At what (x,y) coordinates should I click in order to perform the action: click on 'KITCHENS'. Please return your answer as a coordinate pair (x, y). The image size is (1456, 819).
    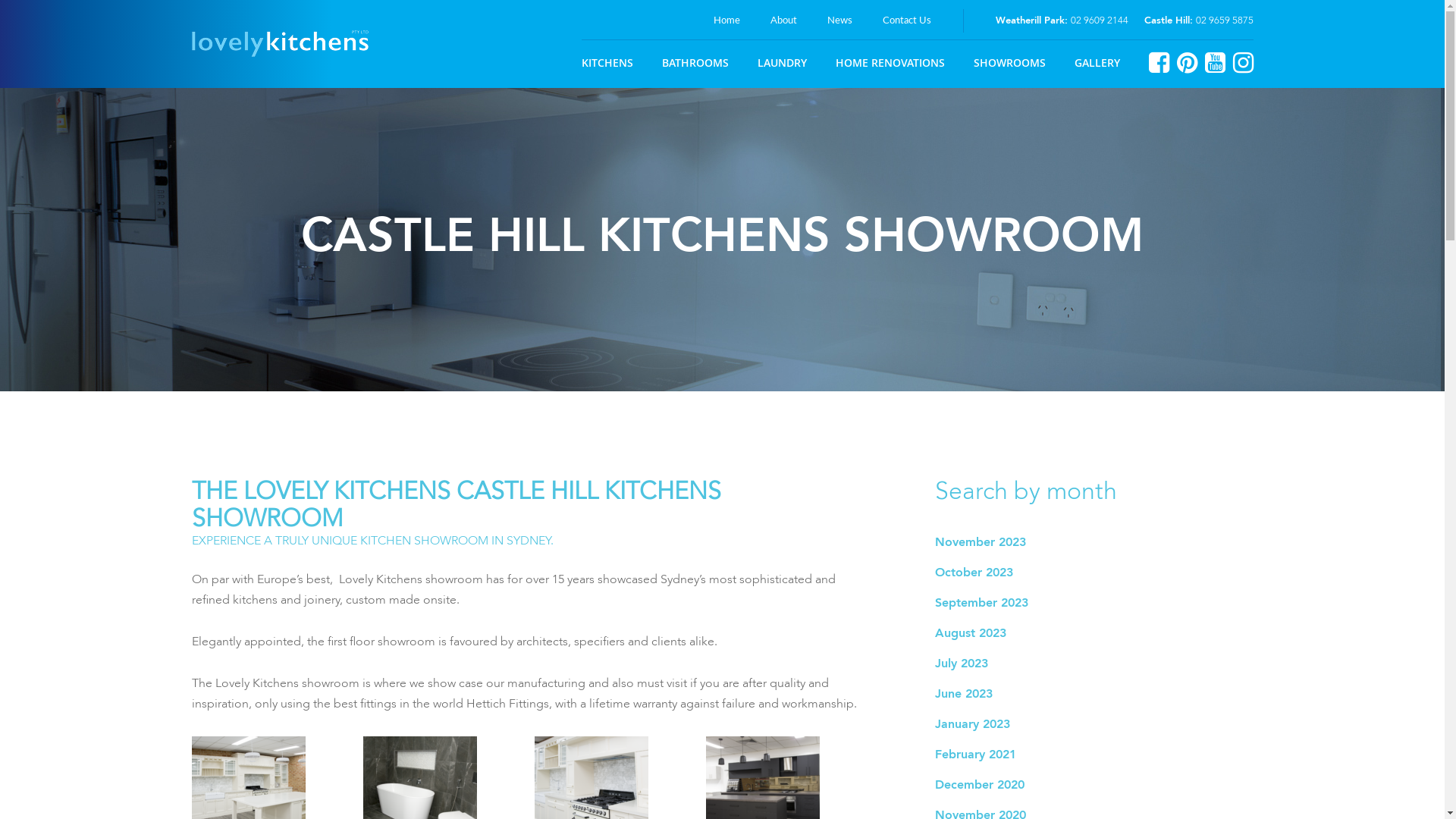
    Looking at the image, I should click on (607, 61).